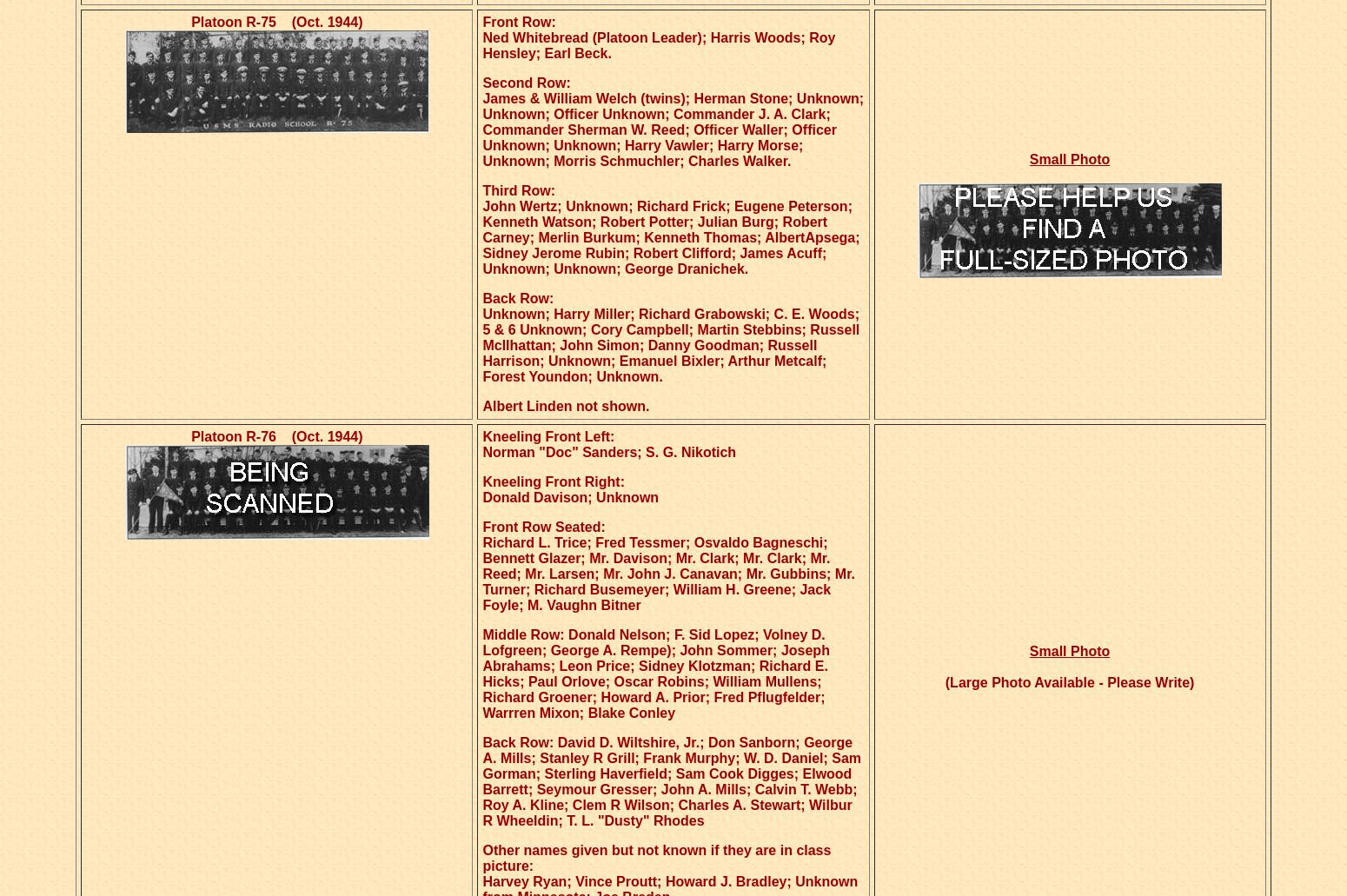  Describe the element at coordinates (547, 436) in the screenshot. I see `'Kneeling Front Left:'` at that location.